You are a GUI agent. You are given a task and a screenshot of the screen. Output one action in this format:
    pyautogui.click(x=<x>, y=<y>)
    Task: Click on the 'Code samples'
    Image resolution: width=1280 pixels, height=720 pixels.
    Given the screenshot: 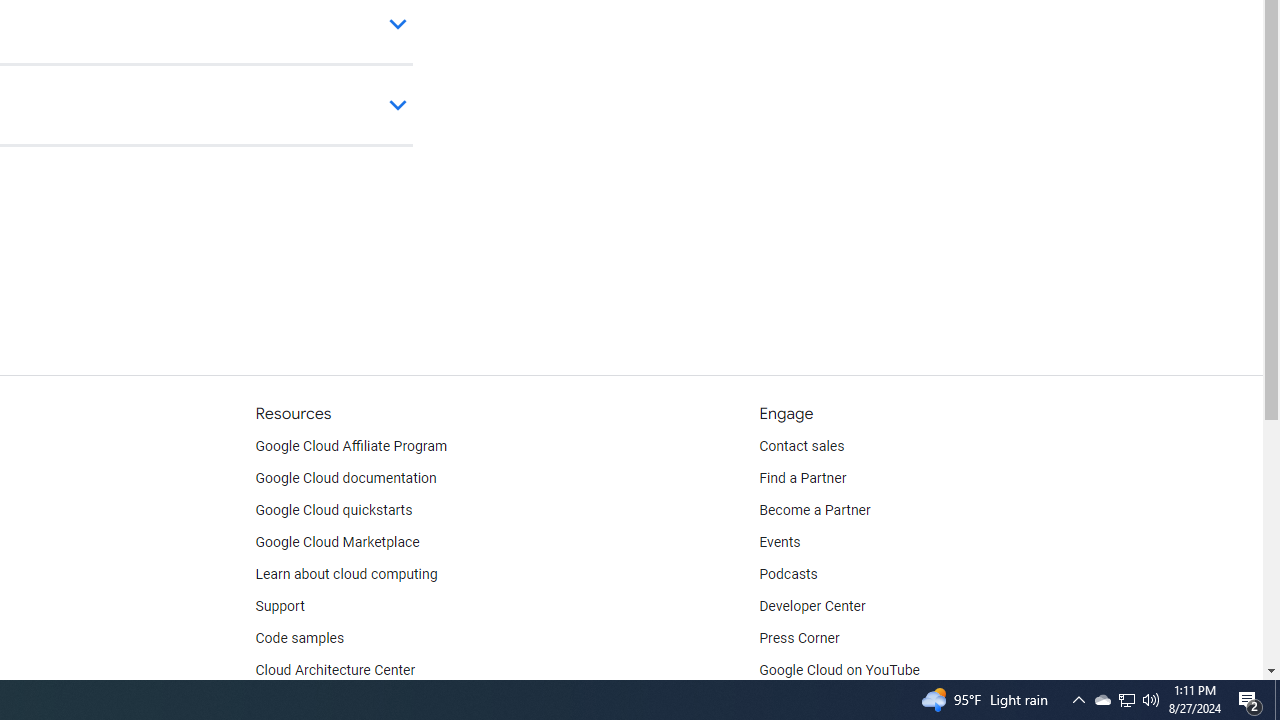 What is the action you would take?
    pyautogui.click(x=299, y=639)
    